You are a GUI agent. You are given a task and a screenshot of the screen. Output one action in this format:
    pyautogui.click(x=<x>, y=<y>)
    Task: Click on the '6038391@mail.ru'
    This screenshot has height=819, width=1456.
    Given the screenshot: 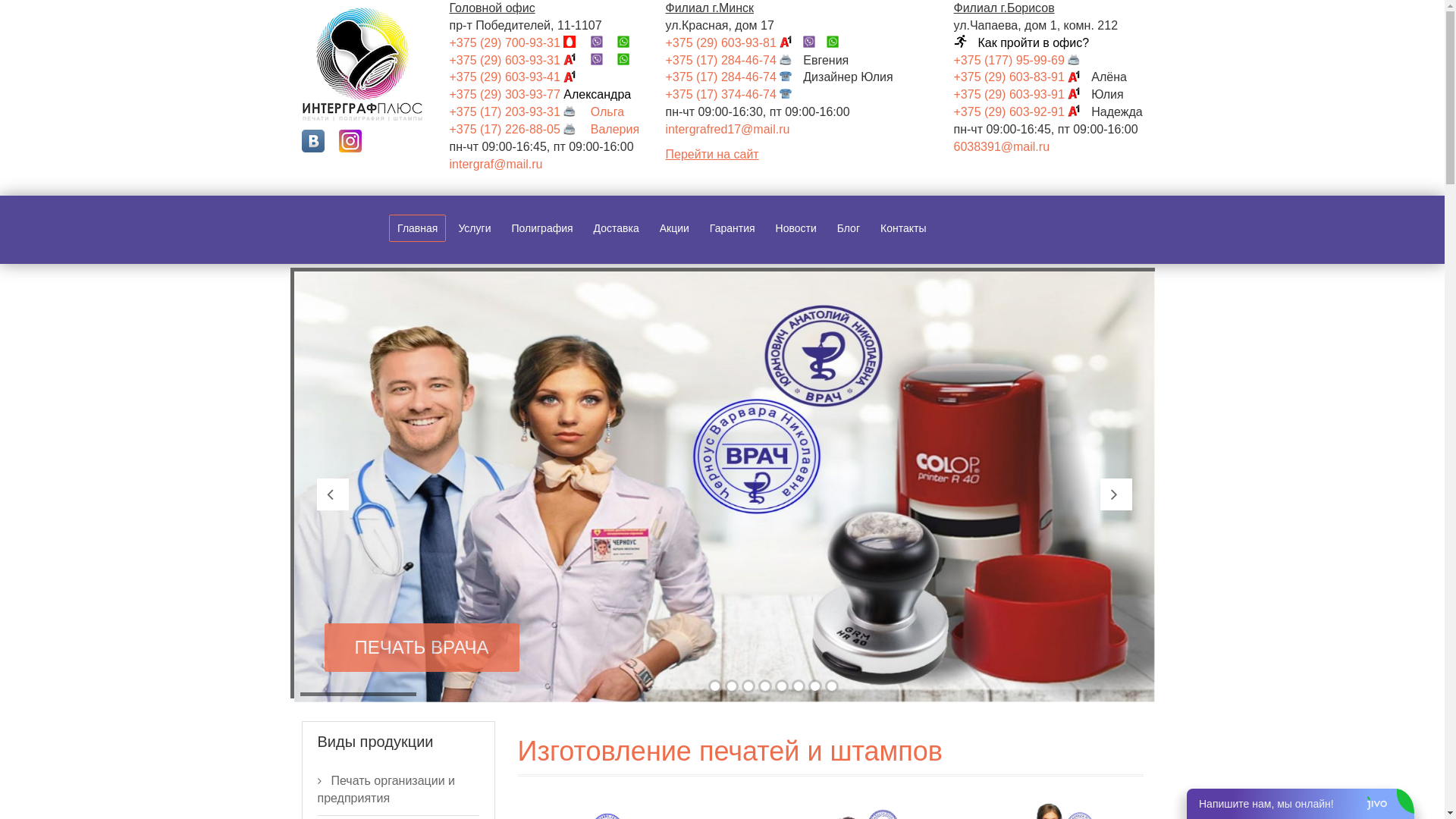 What is the action you would take?
    pyautogui.click(x=1002, y=146)
    